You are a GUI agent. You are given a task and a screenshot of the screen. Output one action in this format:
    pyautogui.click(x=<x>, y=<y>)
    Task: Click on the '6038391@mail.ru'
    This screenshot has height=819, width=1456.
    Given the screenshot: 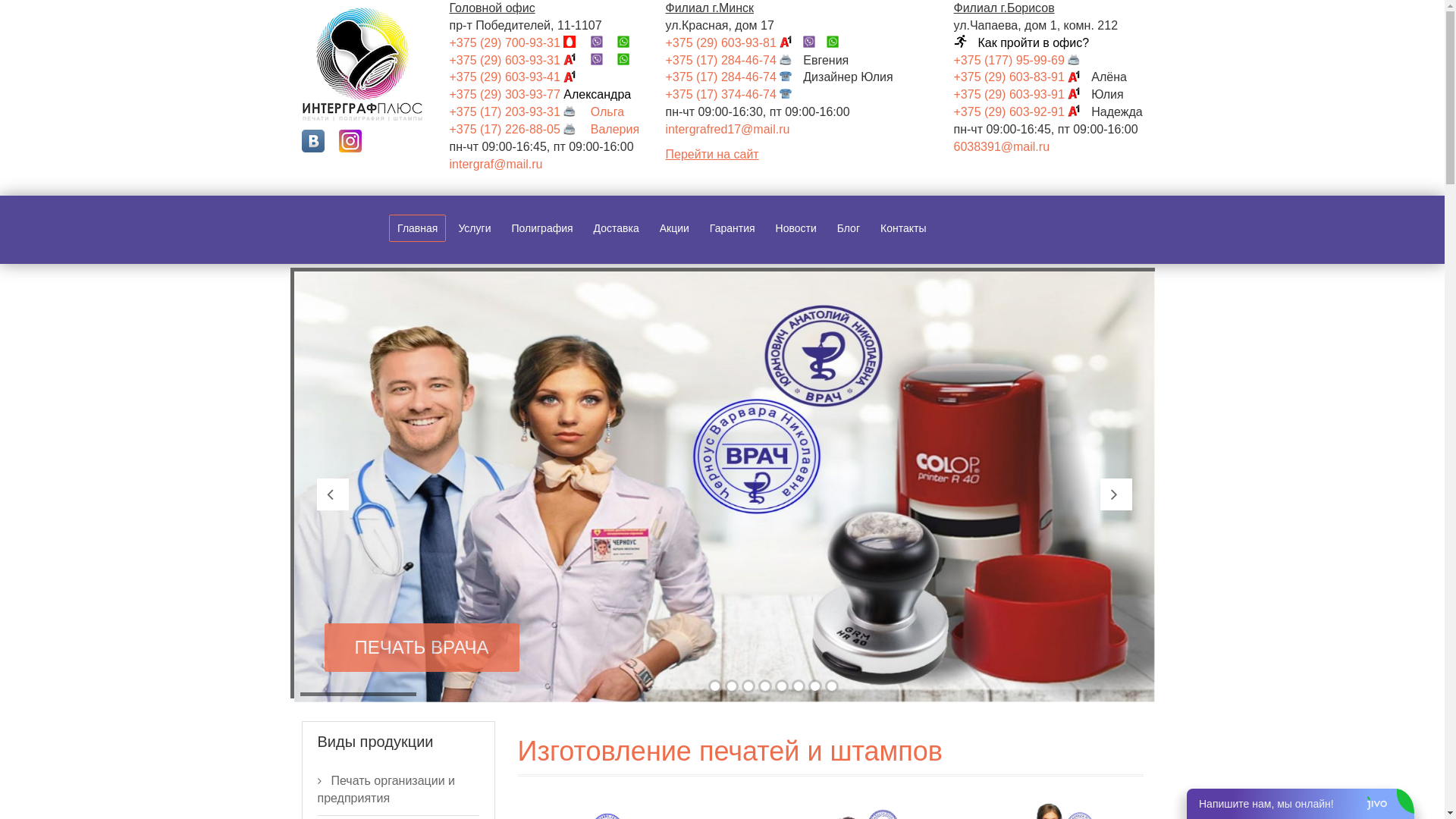 What is the action you would take?
    pyautogui.click(x=1002, y=146)
    